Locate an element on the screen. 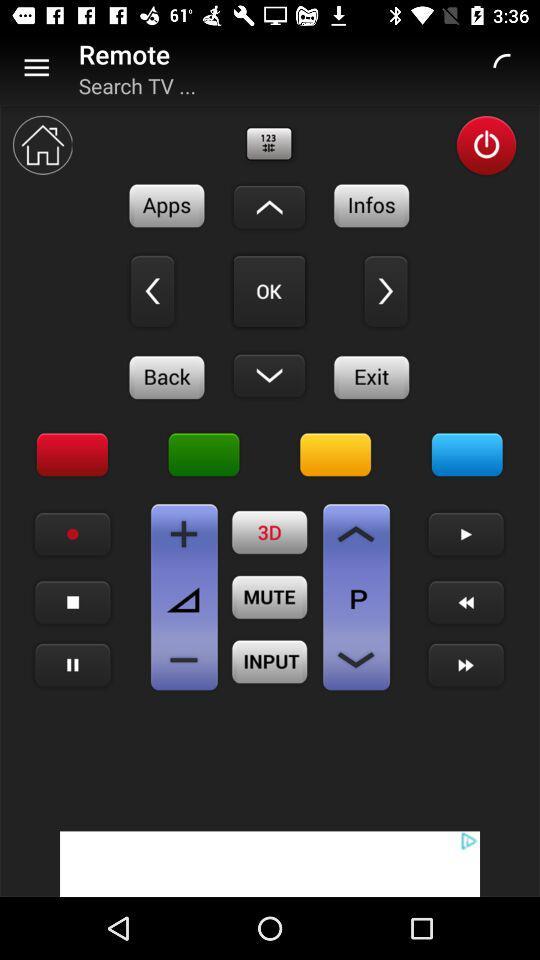 Image resolution: width=540 pixels, height=960 pixels. next arrow option is located at coordinates (466, 533).